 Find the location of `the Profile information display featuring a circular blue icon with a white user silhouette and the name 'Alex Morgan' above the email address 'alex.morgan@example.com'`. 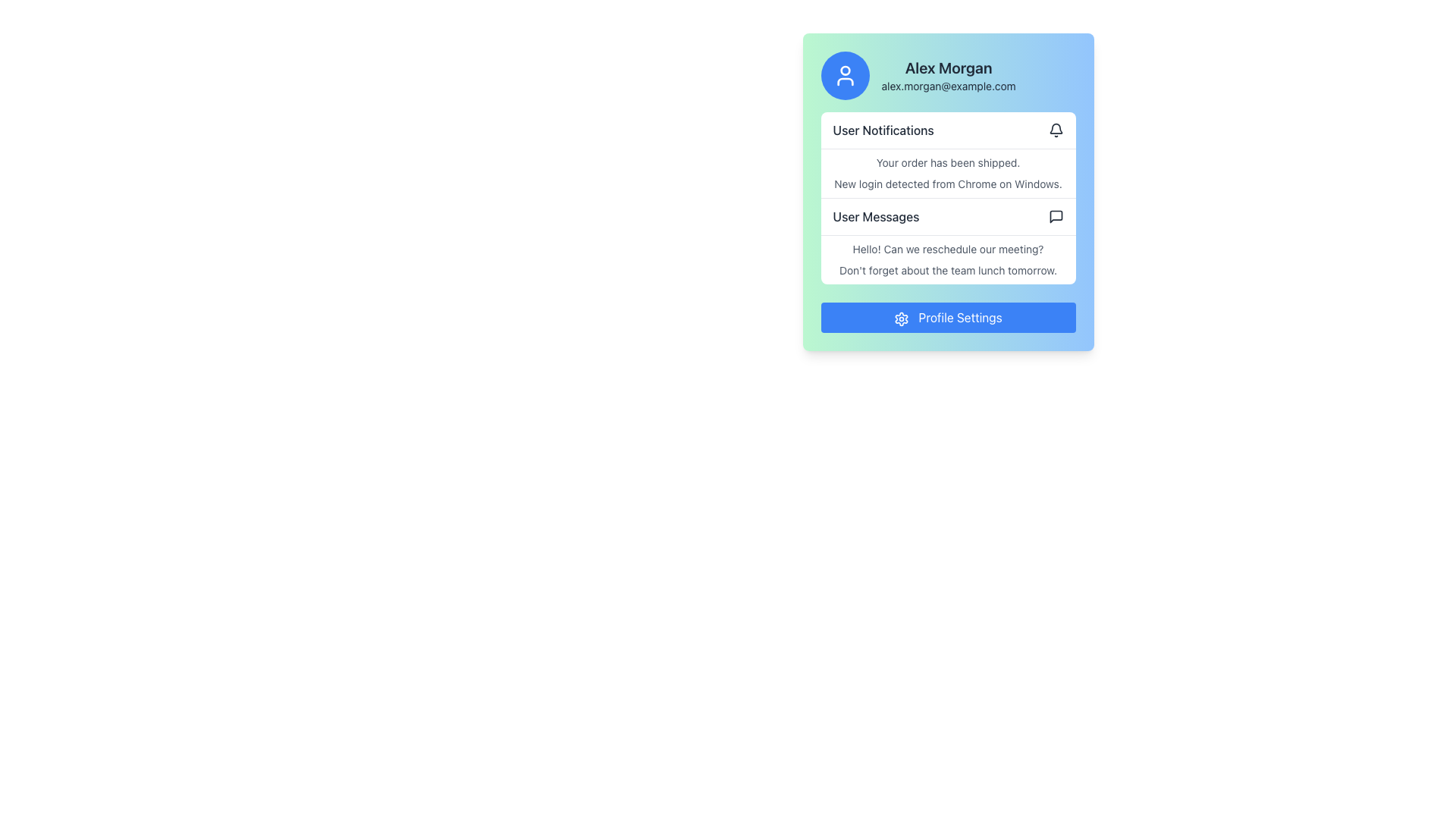

the Profile information display featuring a circular blue icon with a white user silhouette and the name 'Alex Morgan' above the email address 'alex.morgan@example.com' is located at coordinates (947, 76).